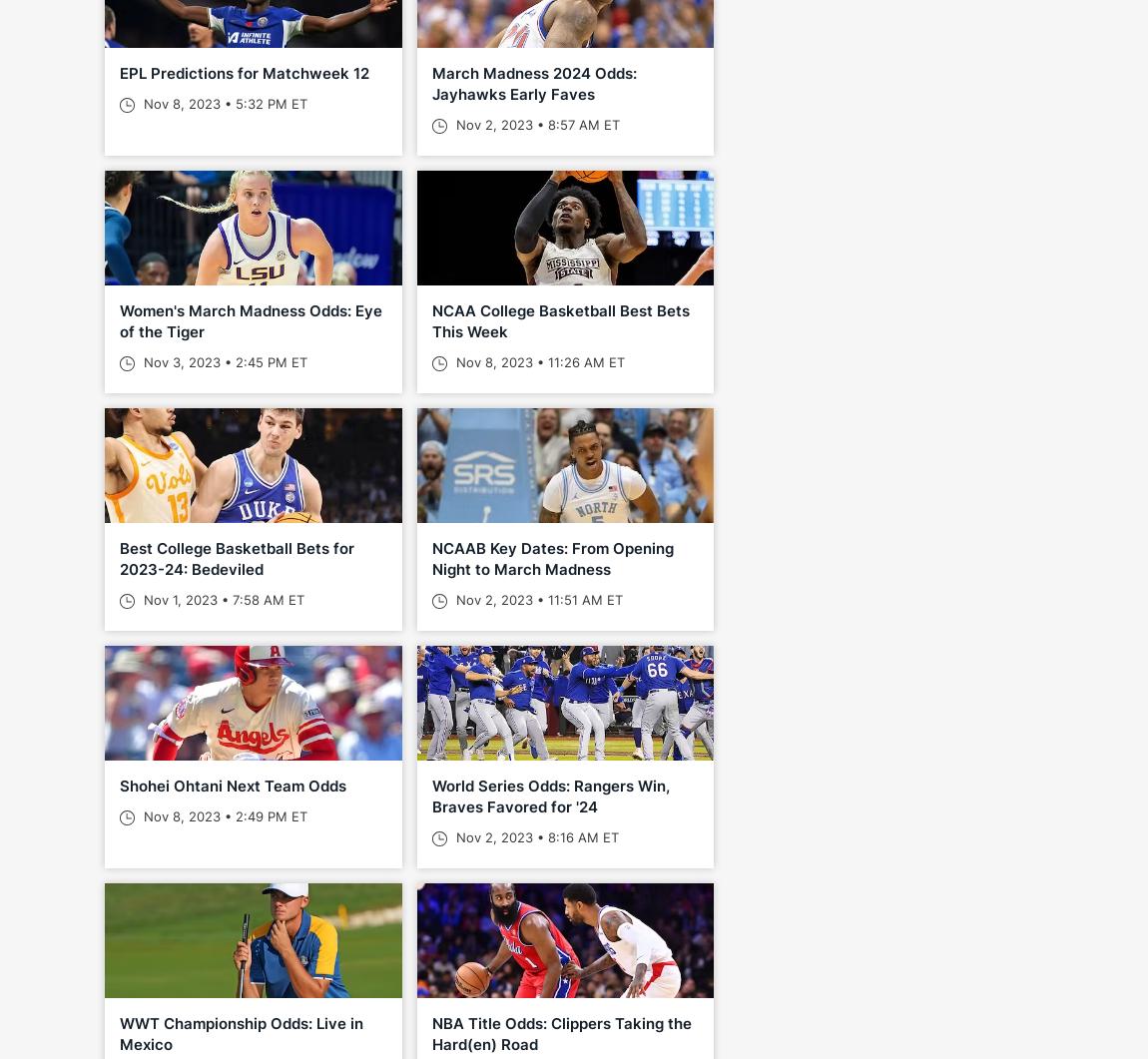 The width and height of the screenshot is (1148, 1059). Describe the element at coordinates (223, 103) in the screenshot. I see `'Nov 8, 2023 • 5:32 PM ET'` at that location.